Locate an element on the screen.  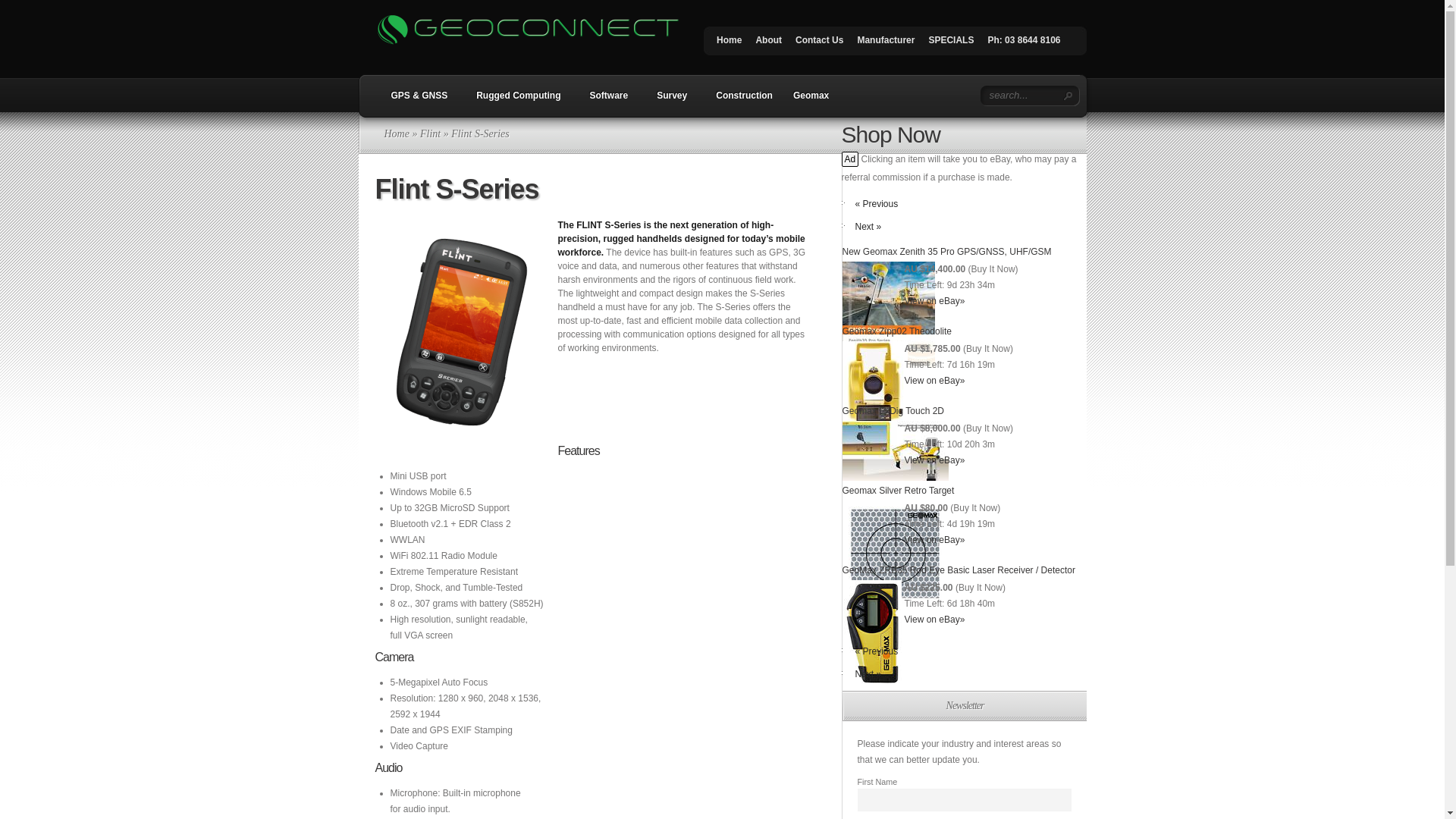
'Rugged Computing' is located at coordinates (514, 100).